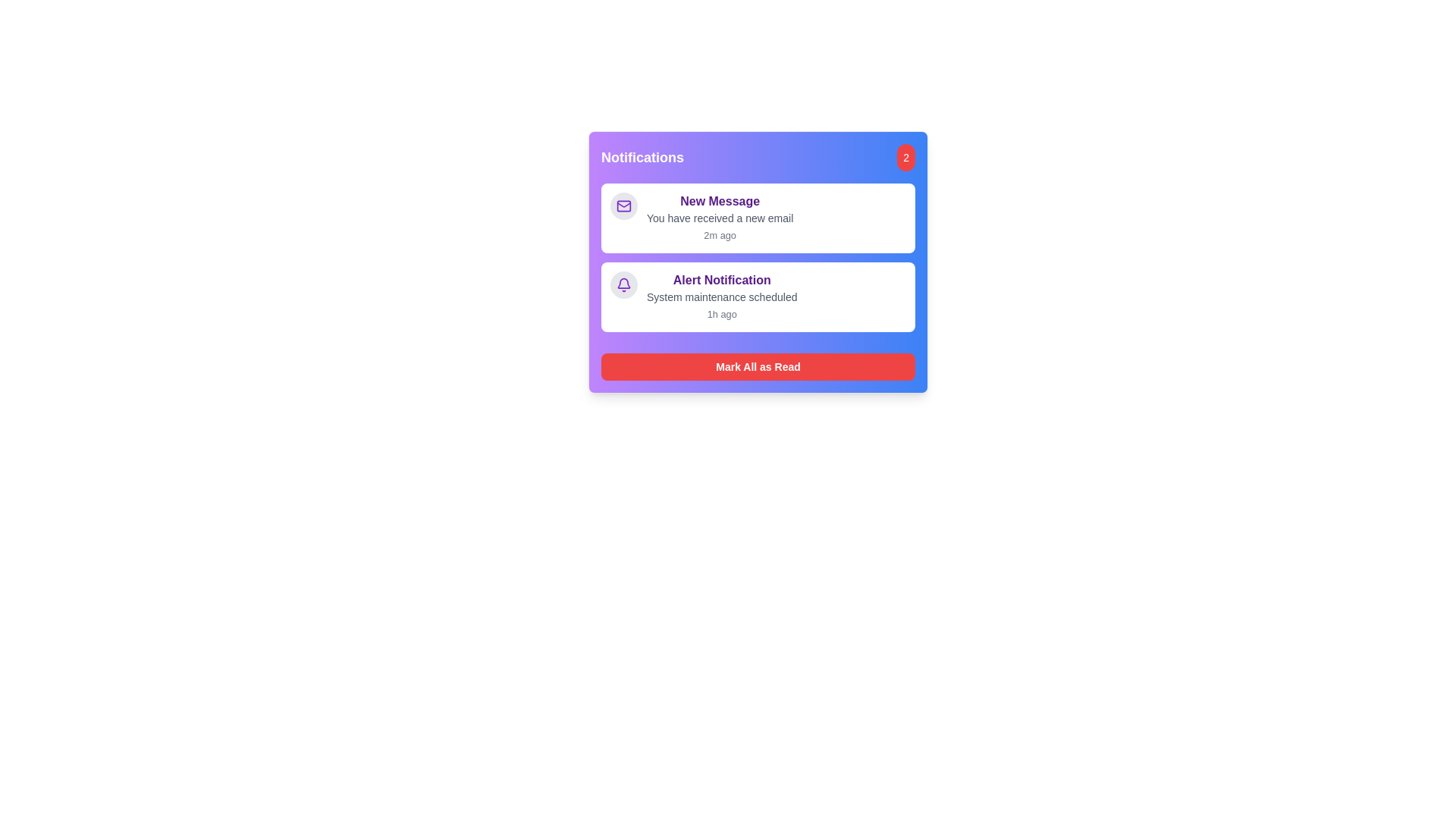  What do you see at coordinates (758, 297) in the screenshot?
I see `the notification in the second Notification card, which informs the user about a system maintenance event` at bounding box center [758, 297].